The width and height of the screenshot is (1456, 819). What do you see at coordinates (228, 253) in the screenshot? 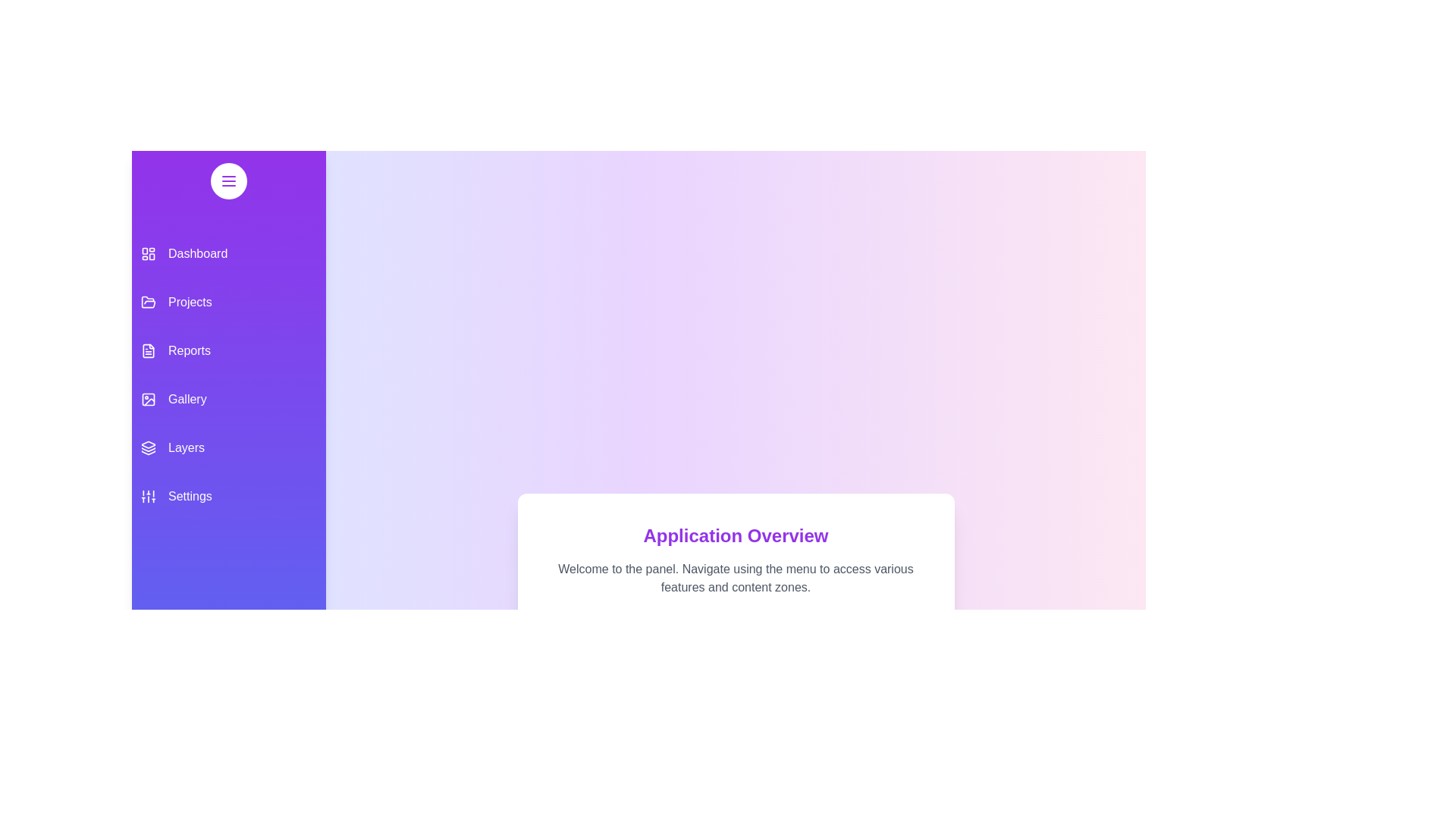
I see `the menu item corresponding to Dashboard` at bounding box center [228, 253].